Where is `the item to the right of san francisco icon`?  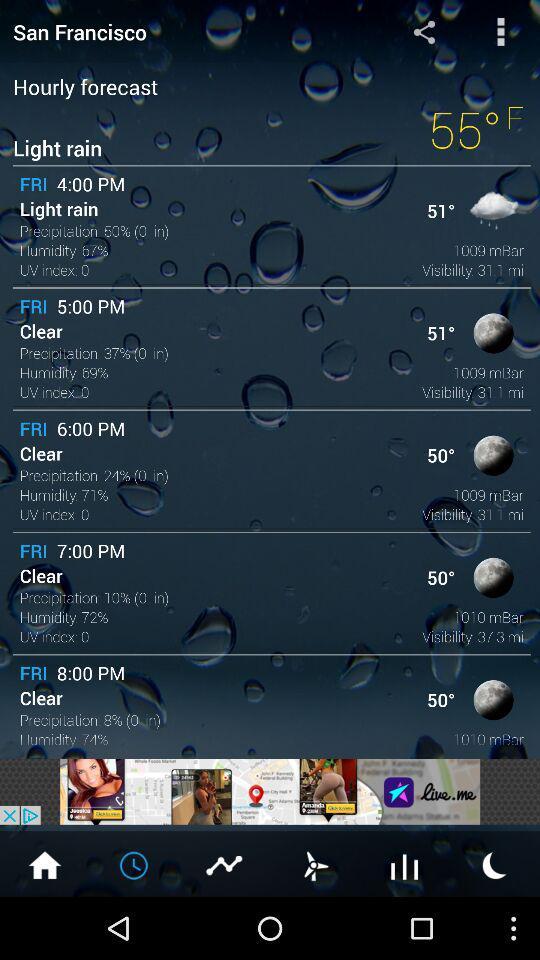
the item to the right of san francisco icon is located at coordinates (423, 30).